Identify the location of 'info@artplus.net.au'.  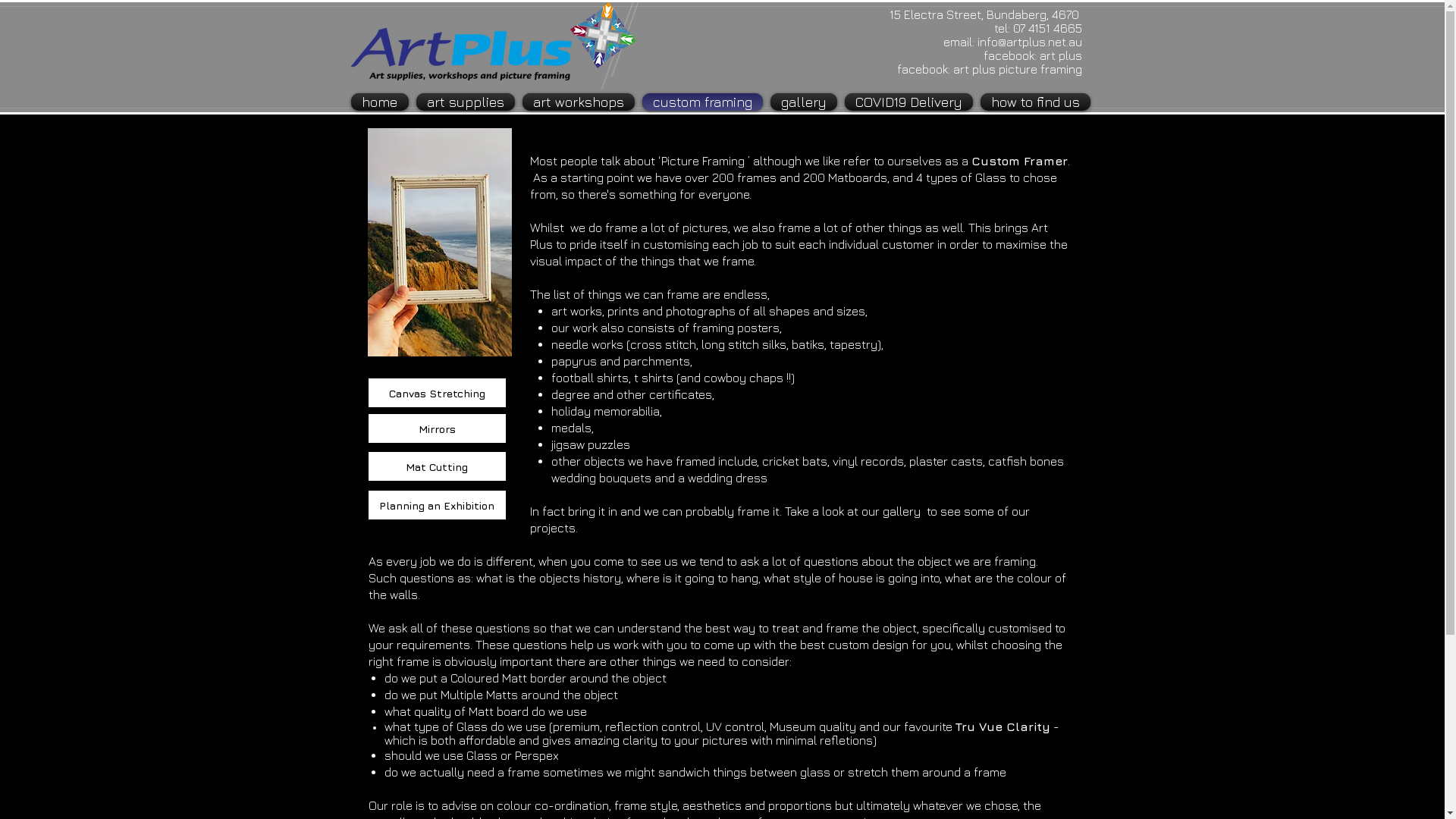
(1029, 40).